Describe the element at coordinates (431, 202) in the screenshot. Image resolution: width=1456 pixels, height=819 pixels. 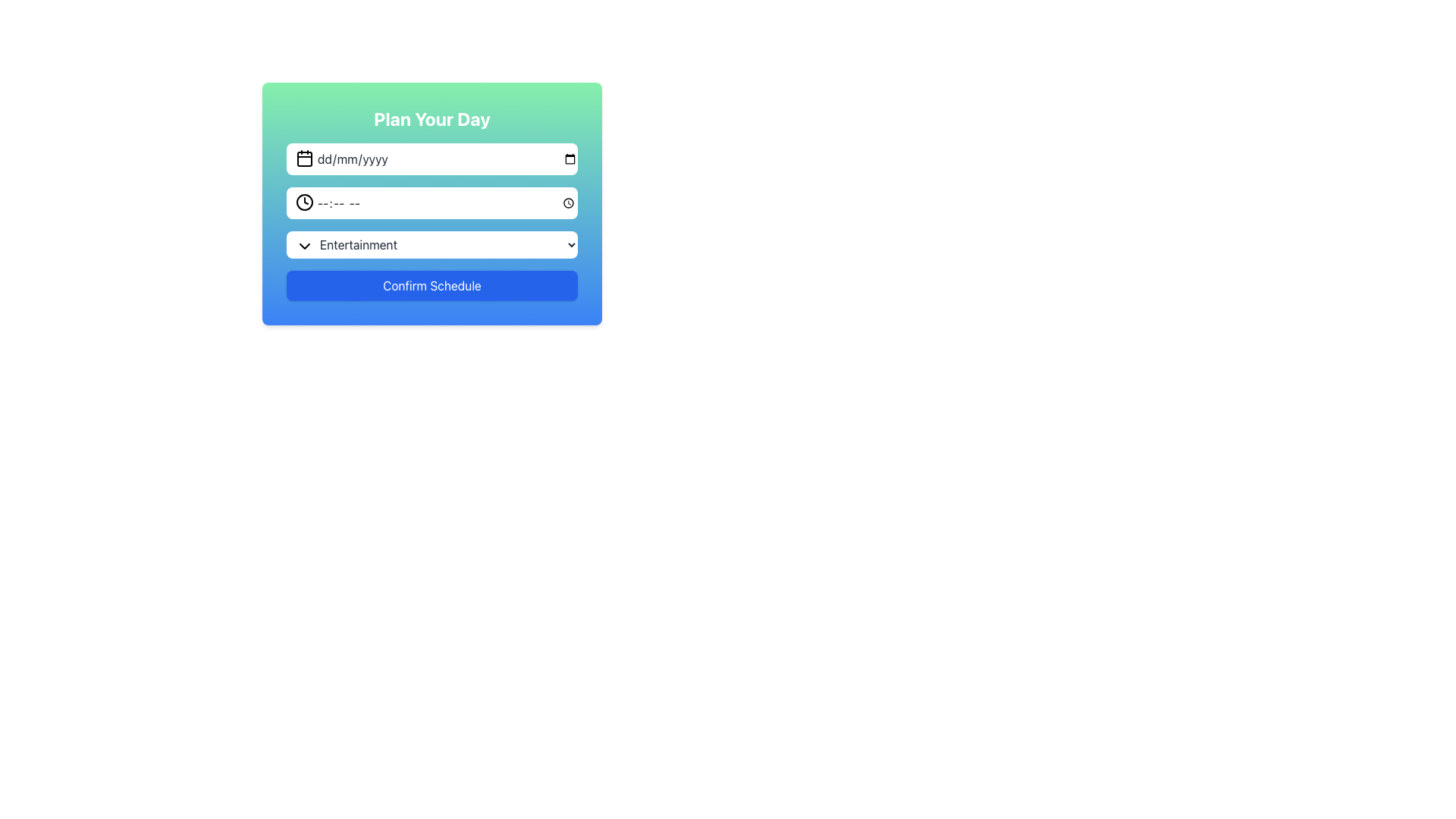
I see `the time input field with a clock icon` at that location.